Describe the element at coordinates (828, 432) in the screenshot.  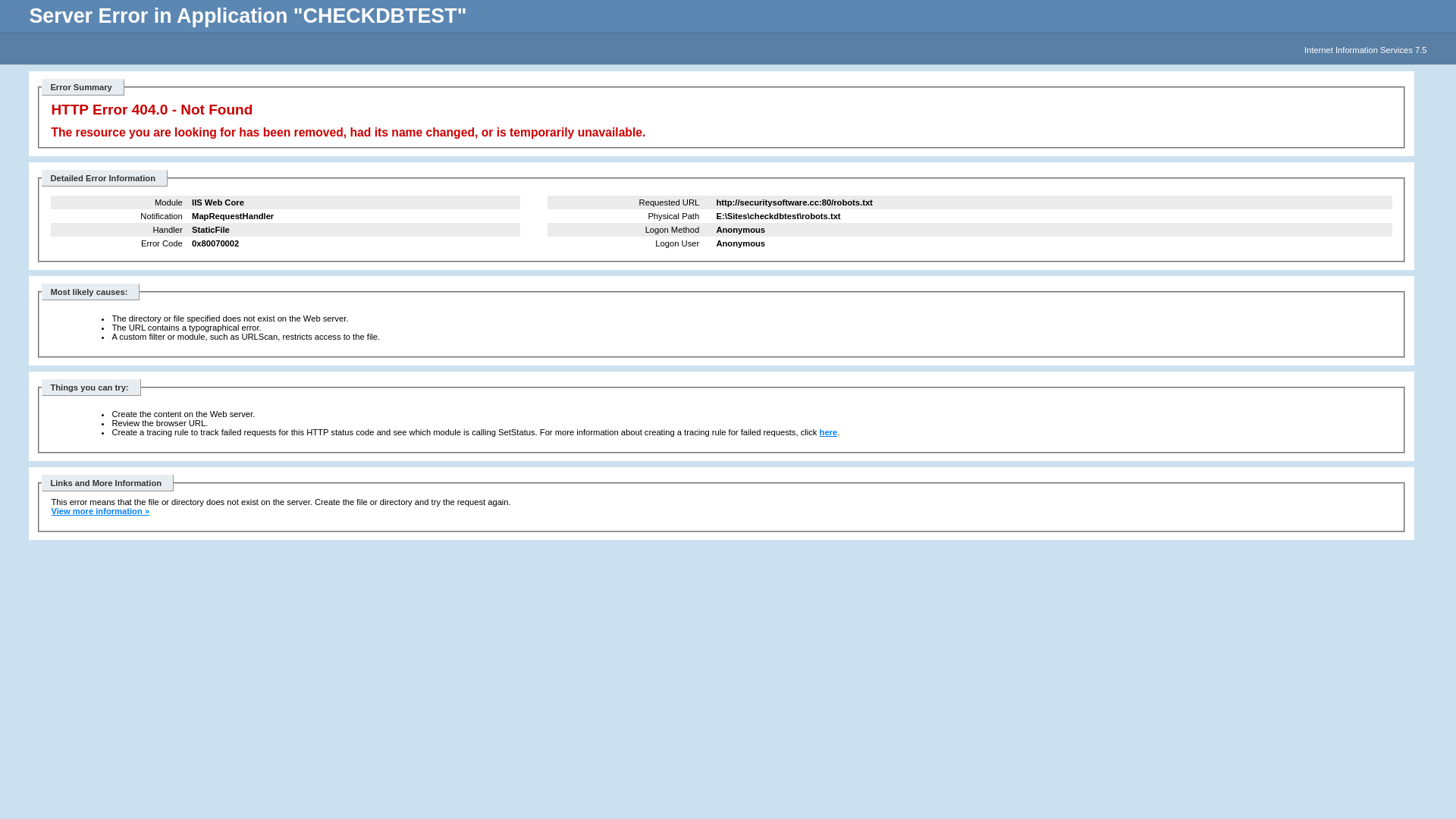
I see `'here'` at that location.